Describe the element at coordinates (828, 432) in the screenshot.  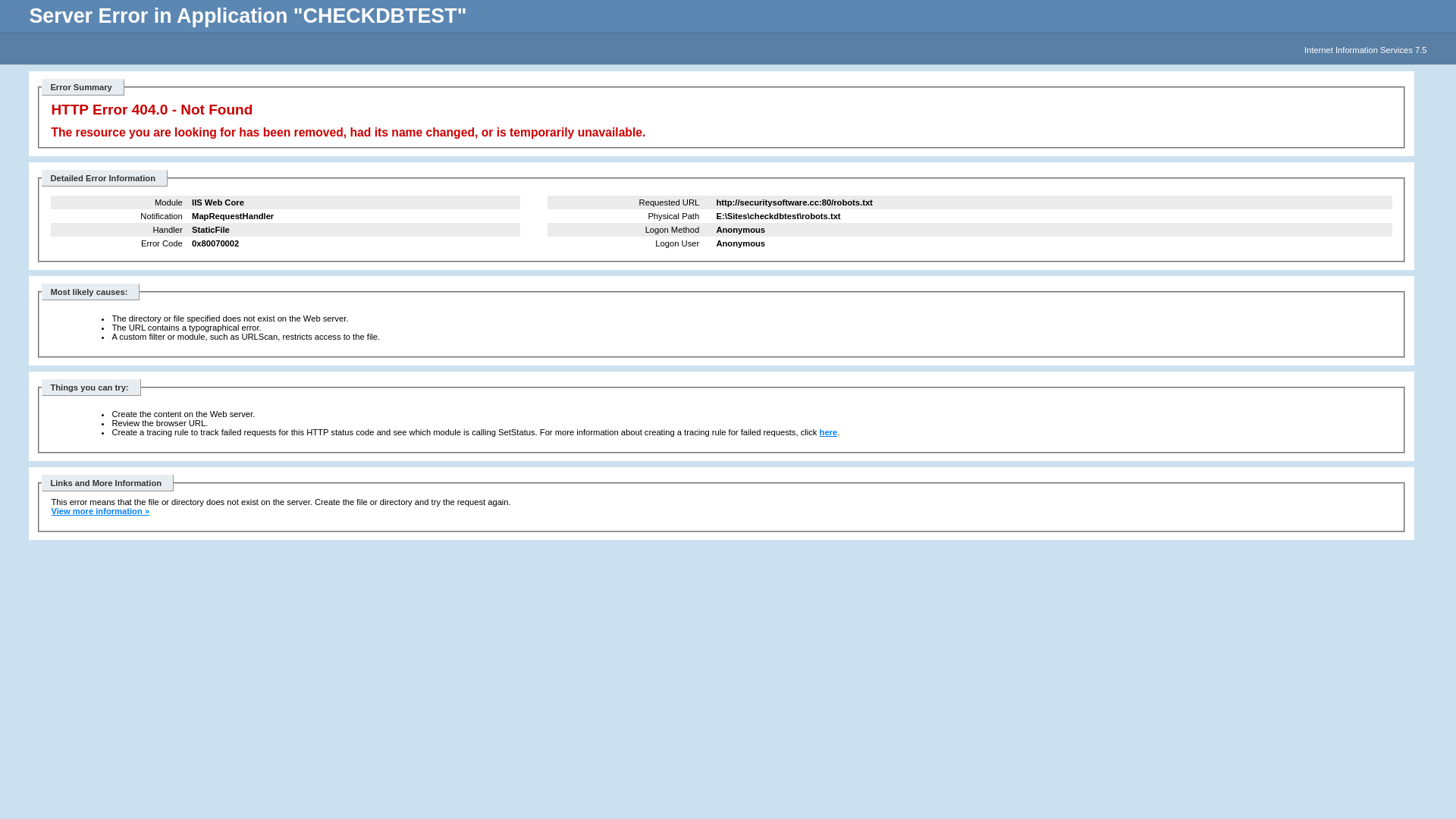
I see `'here'` at that location.